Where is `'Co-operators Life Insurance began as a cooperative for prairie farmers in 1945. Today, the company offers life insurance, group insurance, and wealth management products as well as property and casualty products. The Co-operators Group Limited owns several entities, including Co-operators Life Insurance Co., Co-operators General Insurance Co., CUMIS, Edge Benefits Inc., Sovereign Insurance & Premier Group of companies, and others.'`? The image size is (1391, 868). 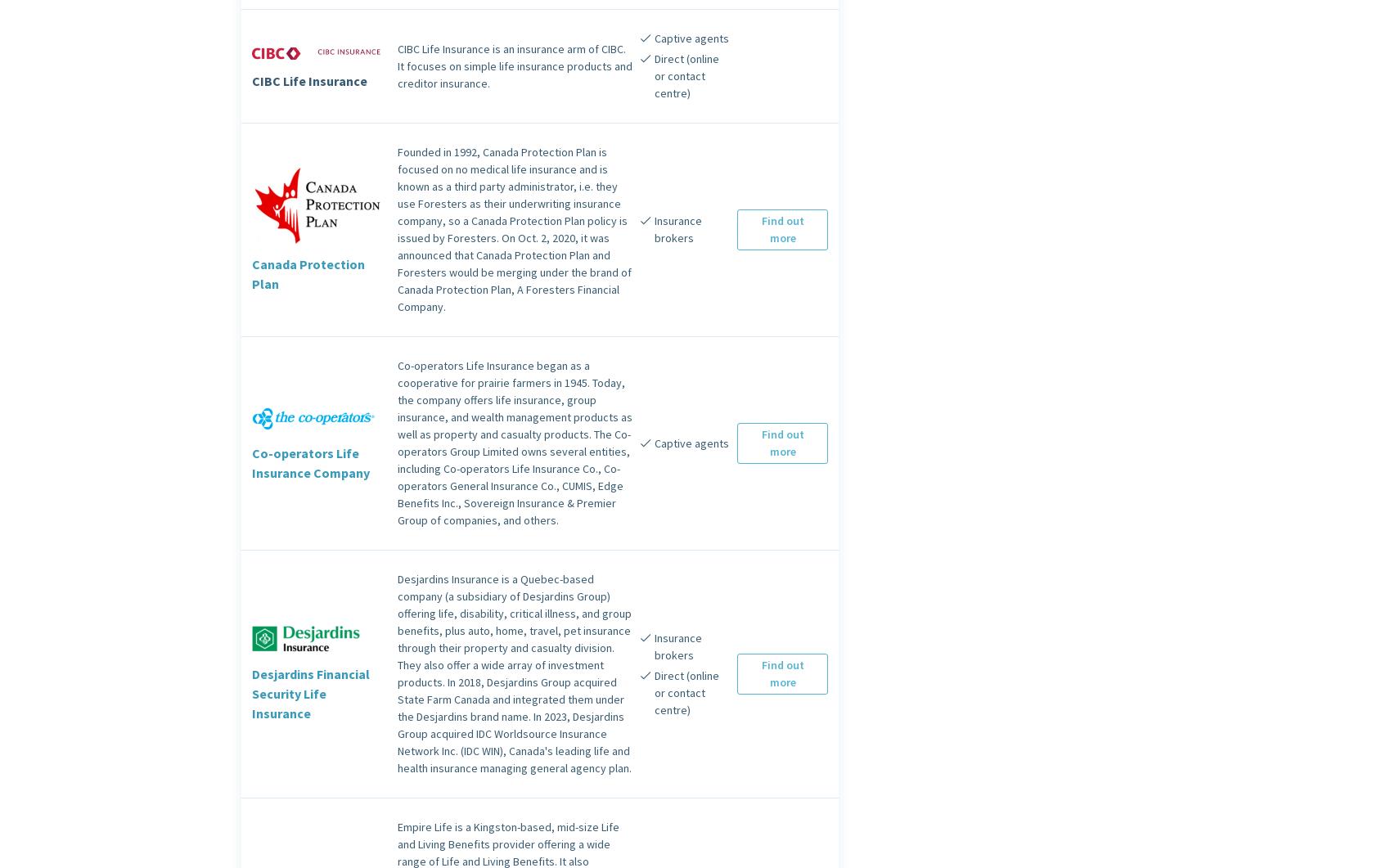
'Co-operators Life Insurance began as a cooperative for prairie farmers in 1945. Today, the company offers life insurance, group insurance, and wealth management products as well as property and casualty products. The Co-operators Group Limited owns several entities, including Co-operators Life Insurance Co., Co-operators General Insurance Co., CUMIS, Edge Benefits Inc., Sovereign Insurance & Premier Group of companies, and others.' is located at coordinates (514, 442).